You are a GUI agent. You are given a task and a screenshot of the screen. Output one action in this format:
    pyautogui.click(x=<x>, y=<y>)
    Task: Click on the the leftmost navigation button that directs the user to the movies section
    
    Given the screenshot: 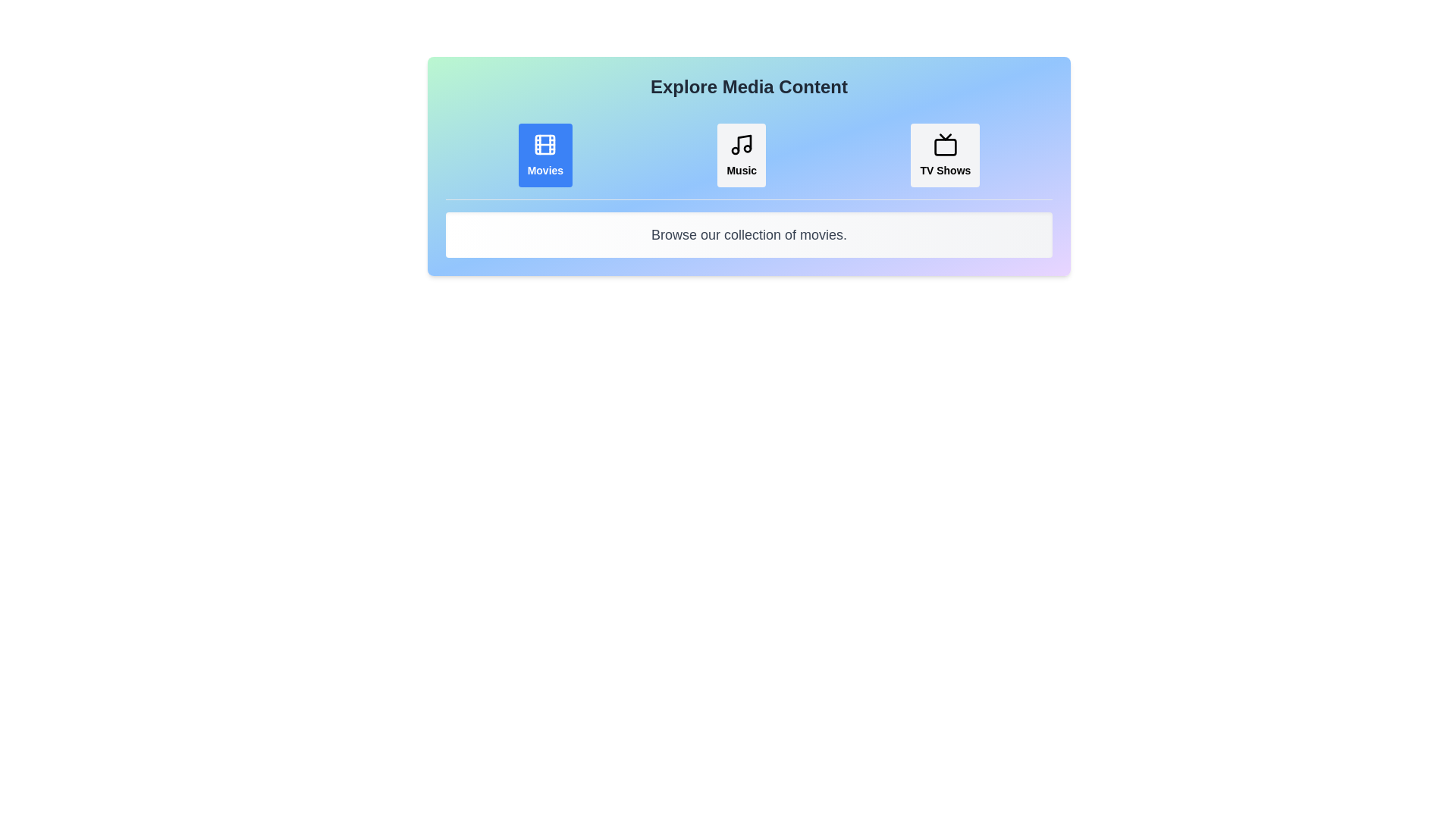 What is the action you would take?
    pyautogui.click(x=545, y=155)
    